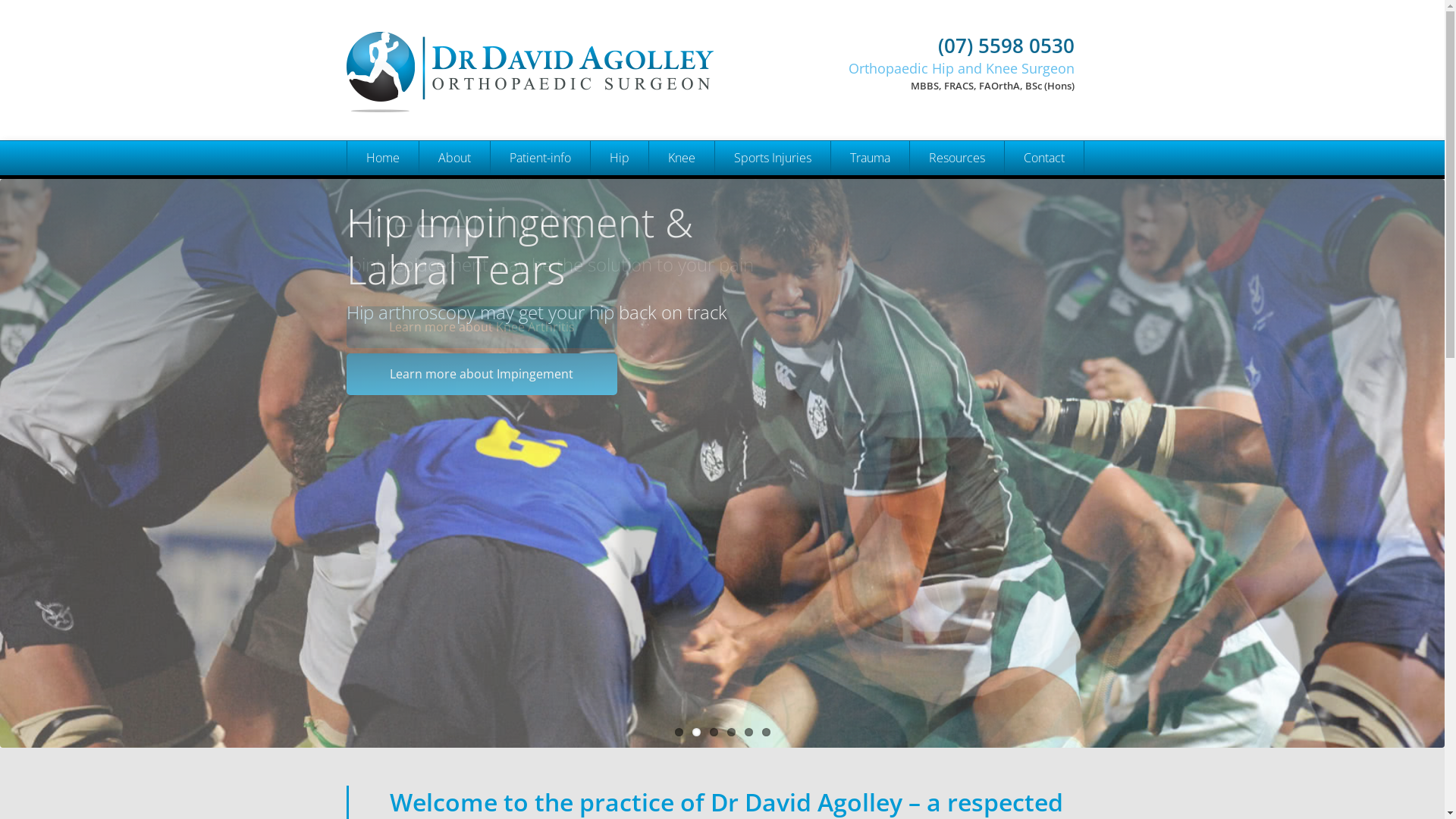 This screenshot has height=819, width=1456. Describe the element at coordinates (619, 158) in the screenshot. I see `'Hip'` at that location.